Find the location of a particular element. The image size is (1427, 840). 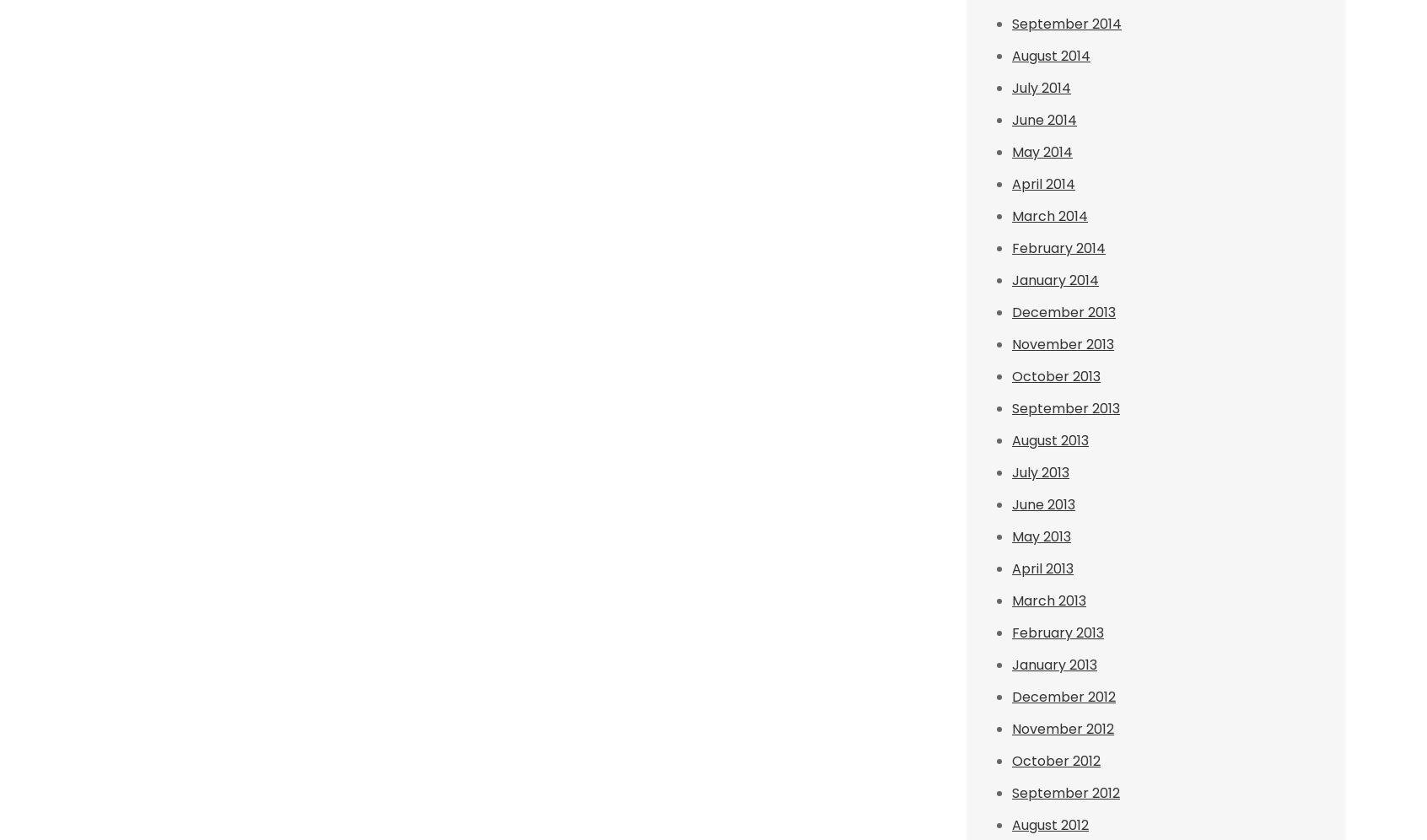

'February 2014' is located at coordinates (1058, 247).